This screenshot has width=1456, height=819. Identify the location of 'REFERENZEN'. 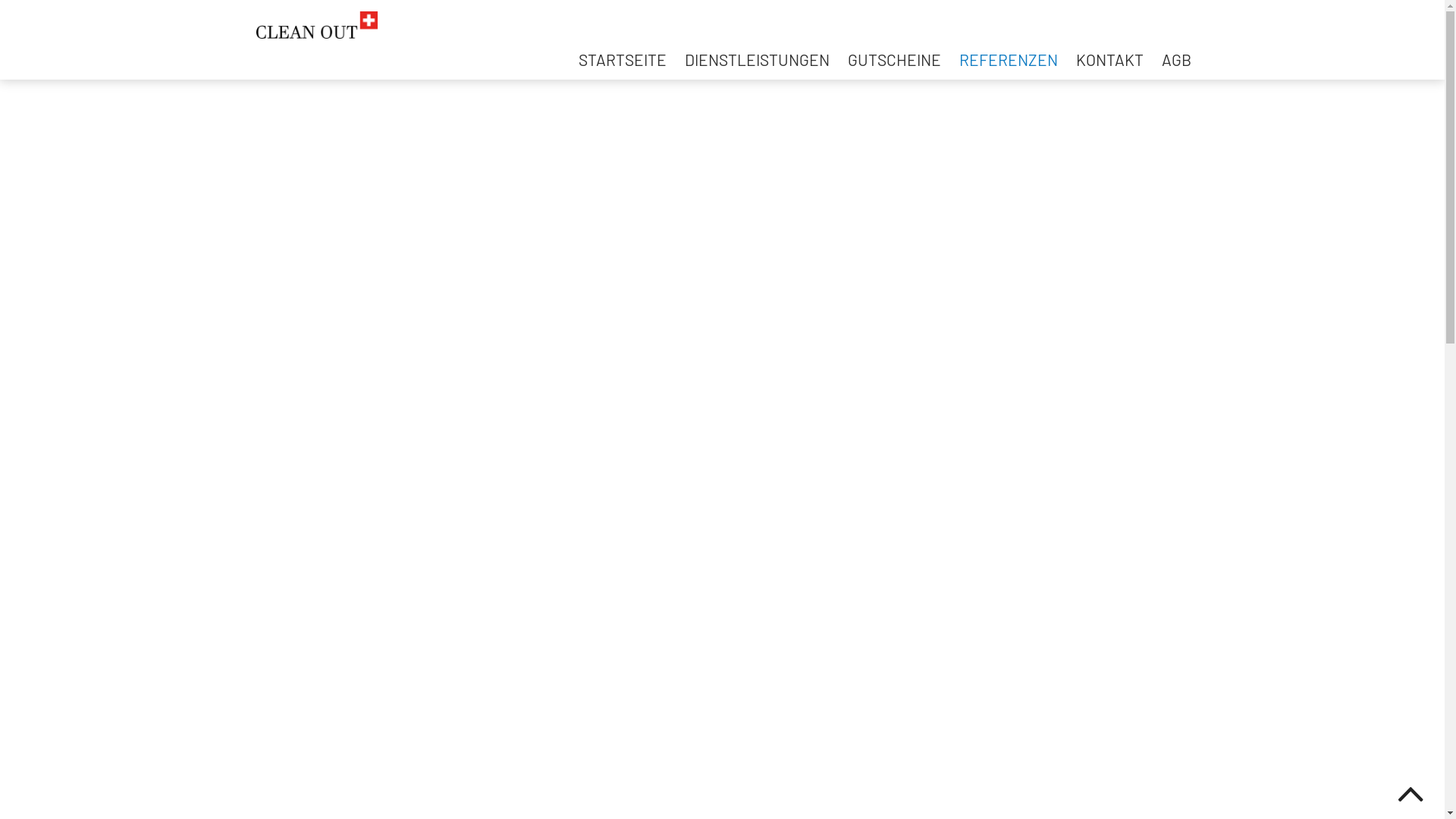
(1008, 58).